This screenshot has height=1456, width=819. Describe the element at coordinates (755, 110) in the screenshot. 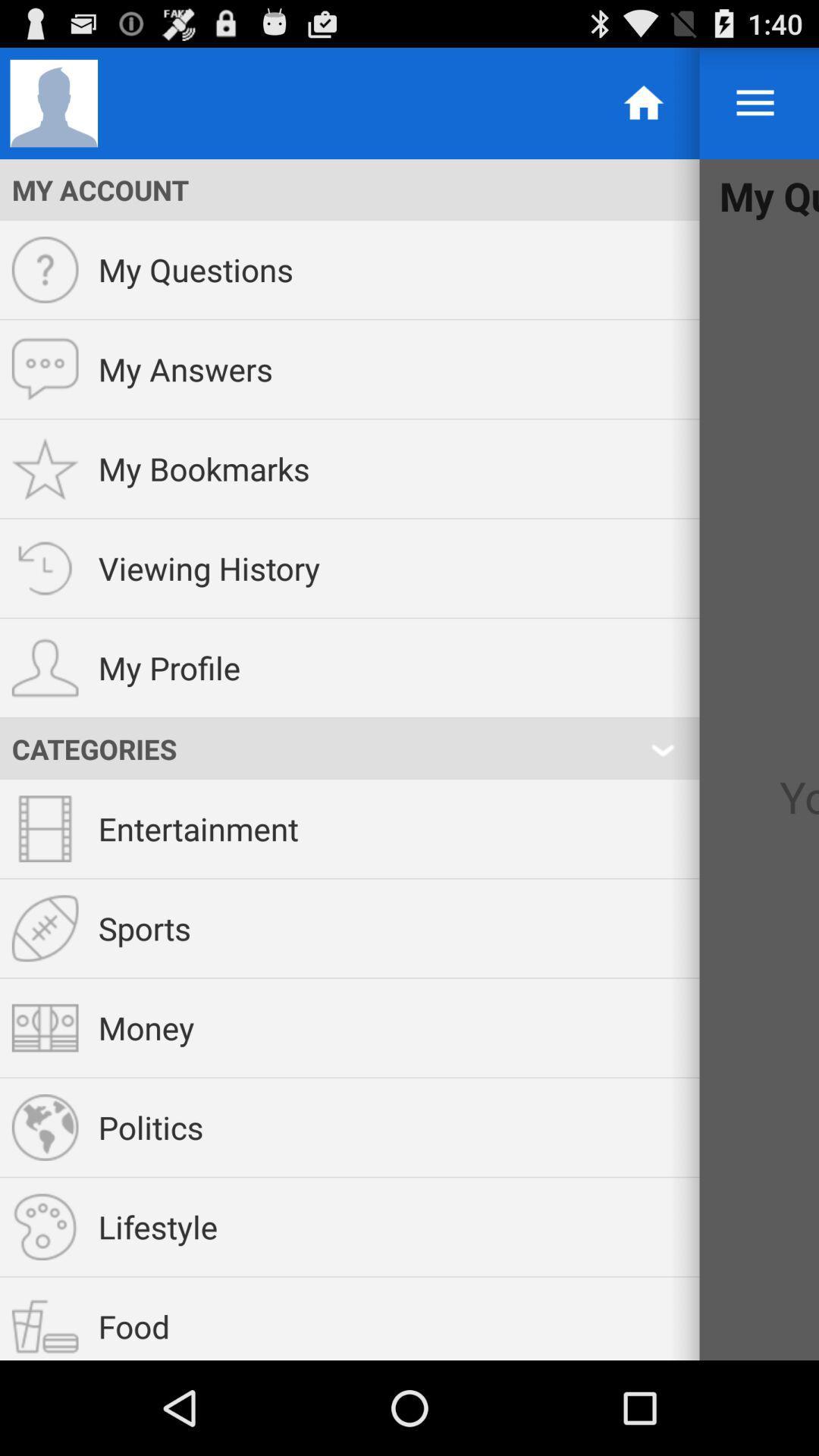

I see `the menu icon` at that location.